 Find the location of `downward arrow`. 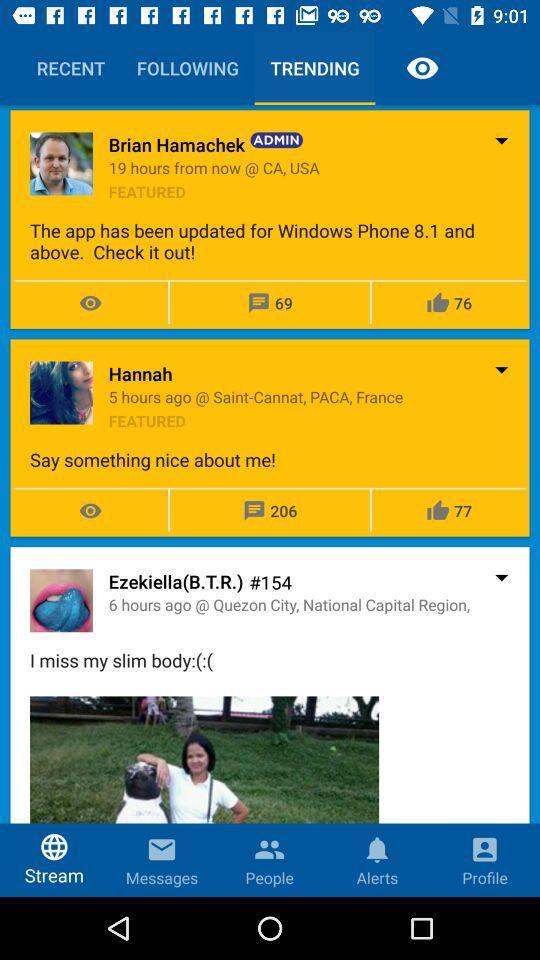

downward arrow is located at coordinates (500, 577).